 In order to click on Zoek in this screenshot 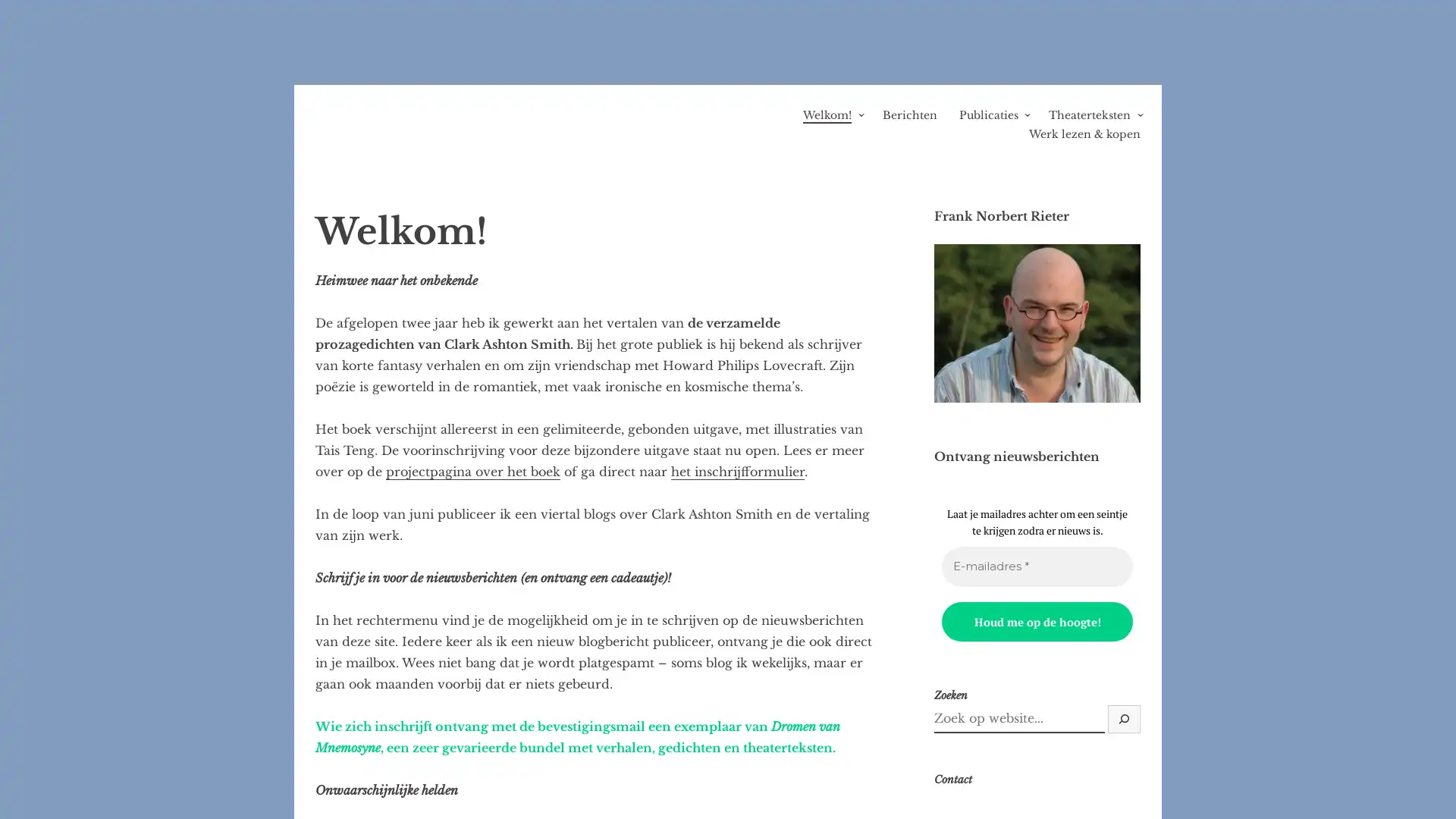, I will do `click(1124, 717)`.